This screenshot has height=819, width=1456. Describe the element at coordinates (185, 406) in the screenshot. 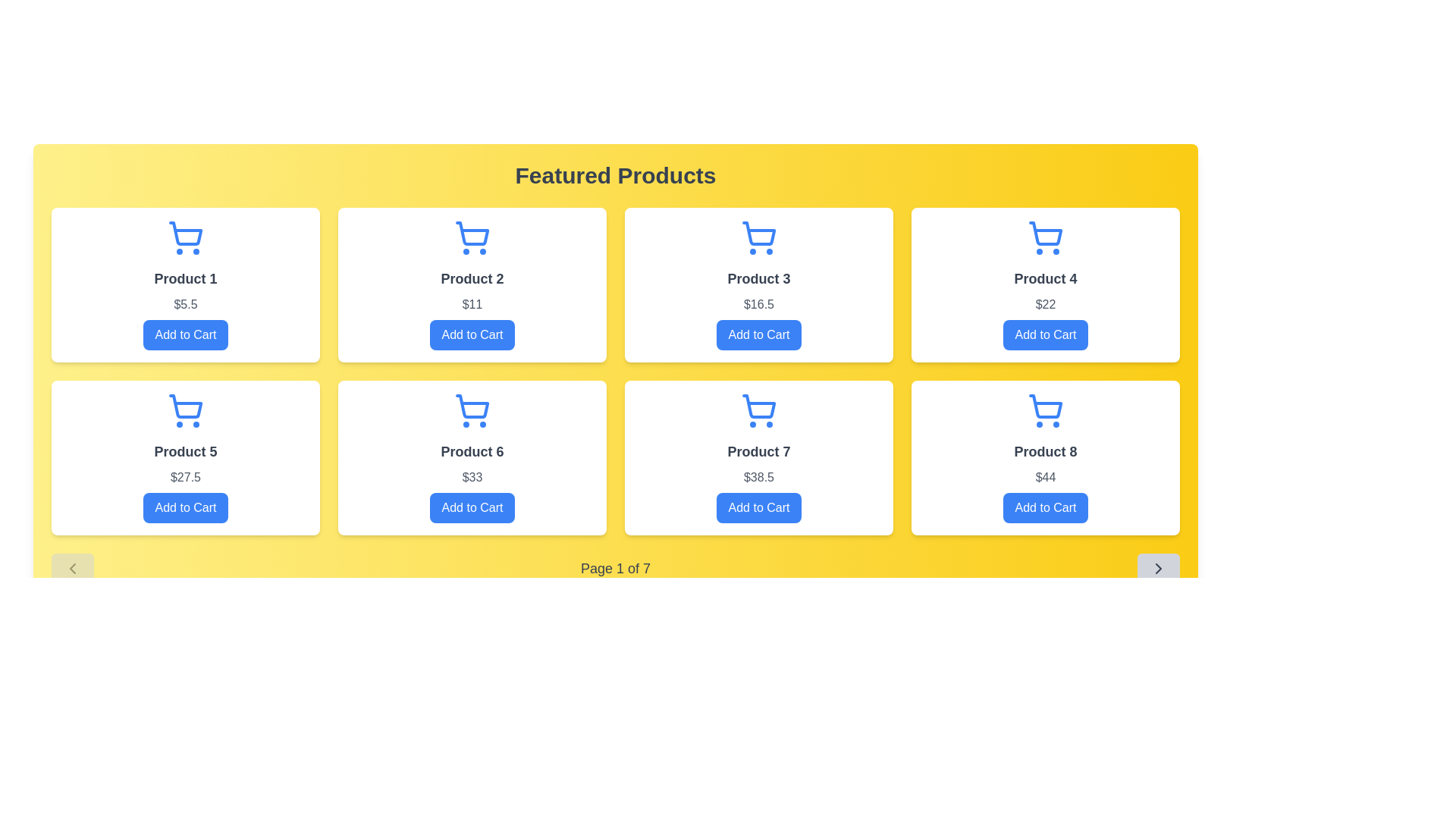

I see `the decorative component of the shopping cart icon for 'Product 5', located in the second row, first column of the product grid` at that location.